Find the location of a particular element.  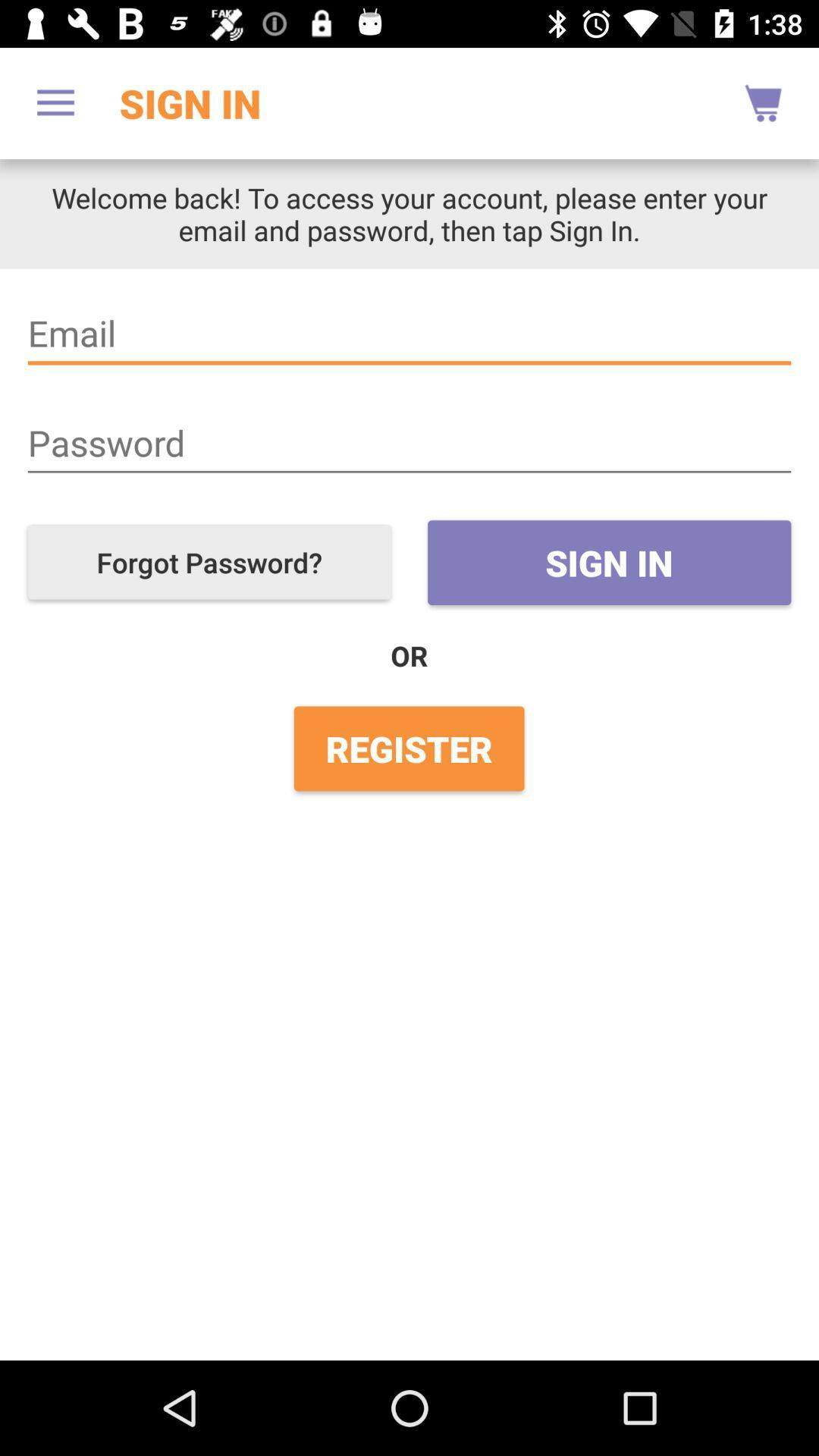

the icon to the left of sign in item is located at coordinates (209, 561).